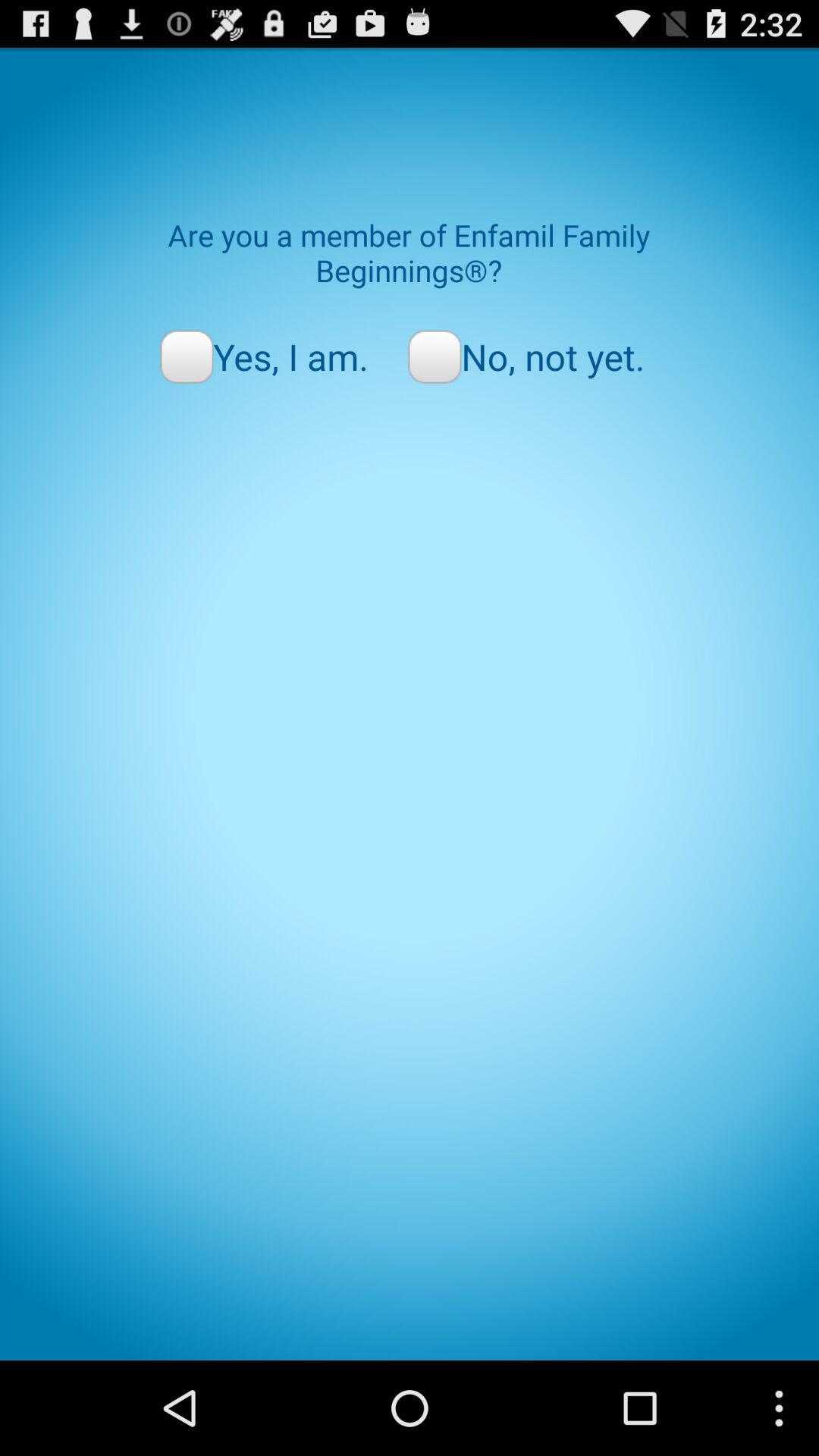 The width and height of the screenshot is (819, 1456). I want to click on the icon to the right of yes, i am. item, so click(526, 356).